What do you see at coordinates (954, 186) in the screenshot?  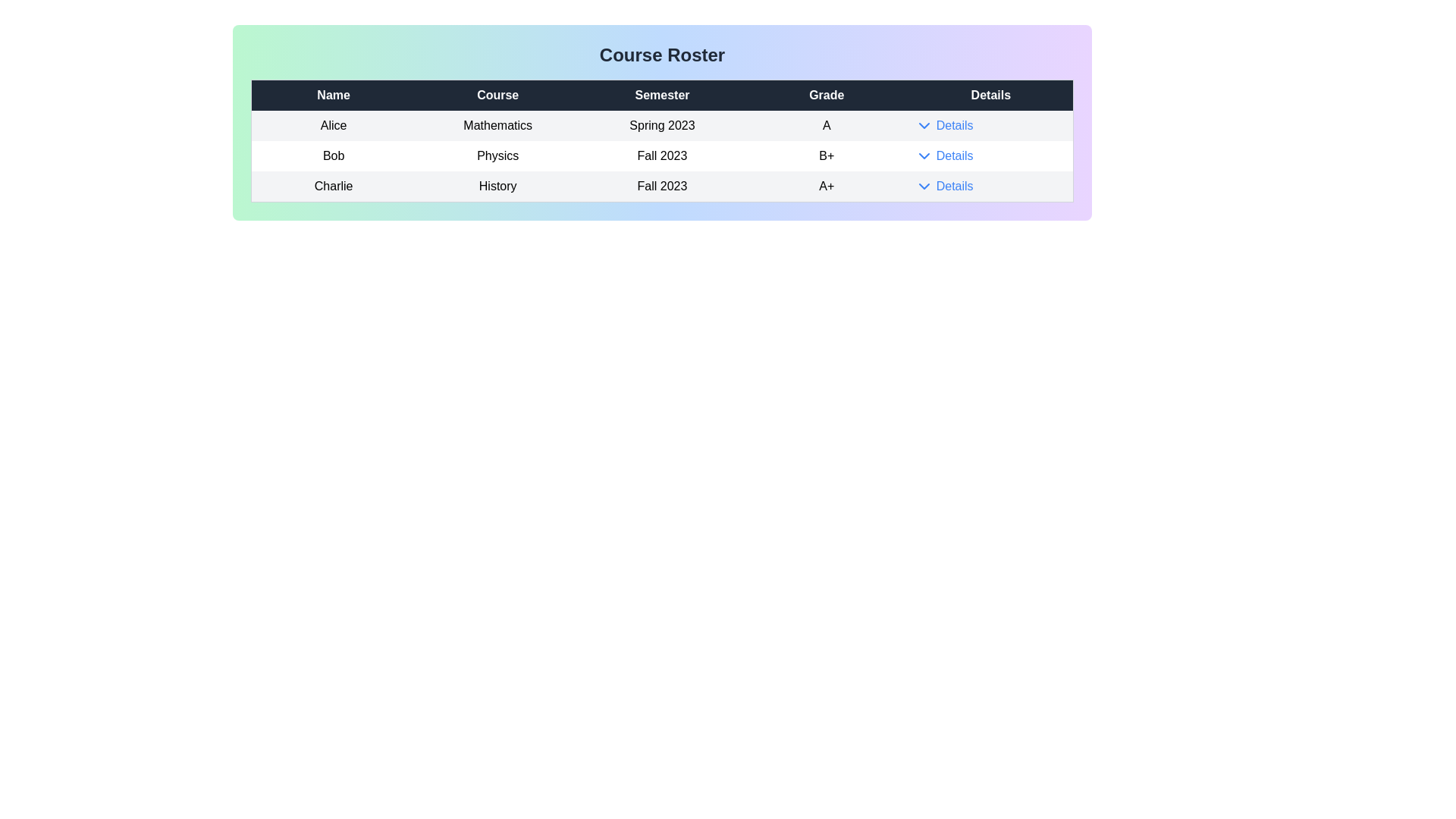 I see `the 'Details' text link in blue color located in the third row of the table to observe the hover effect` at bounding box center [954, 186].